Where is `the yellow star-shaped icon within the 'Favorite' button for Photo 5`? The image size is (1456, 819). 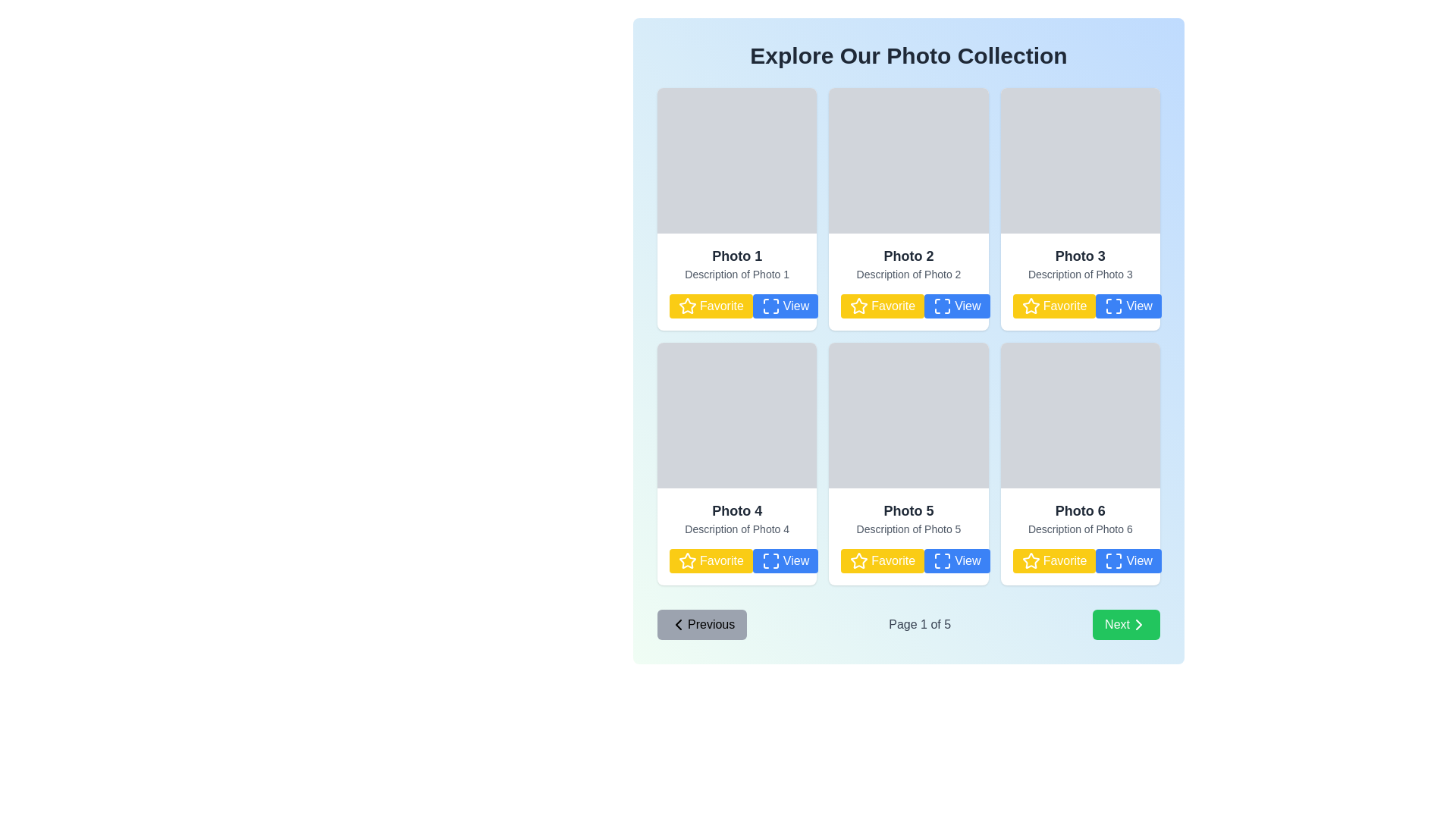
the yellow star-shaped icon within the 'Favorite' button for Photo 5 is located at coordinates (859, 560).